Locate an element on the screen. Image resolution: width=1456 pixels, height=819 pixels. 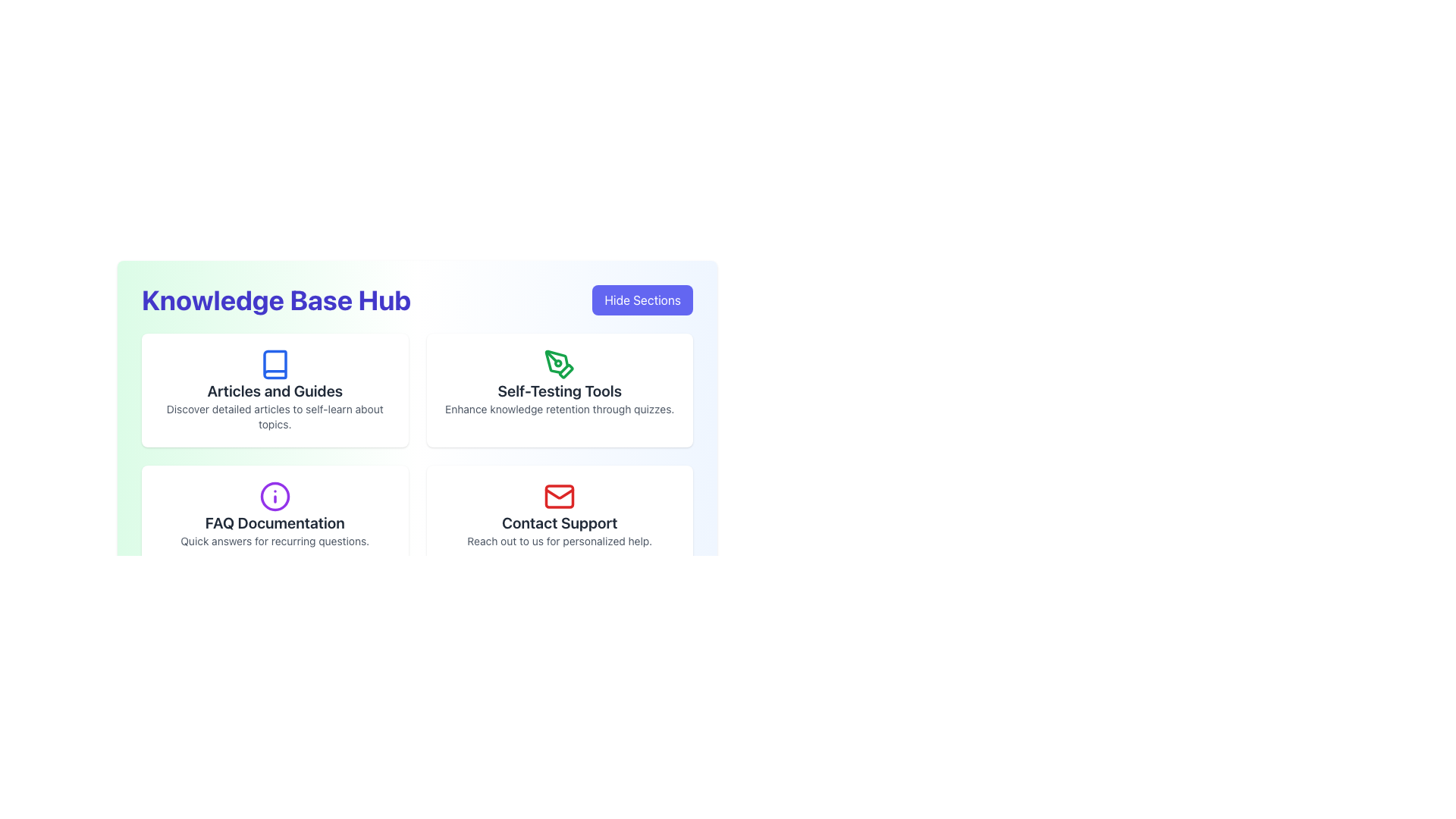
static text label indicating the purpose or content related to Frequently Asked Questions, positioned in the center-left of the interface is located at coordinates (275, 522).